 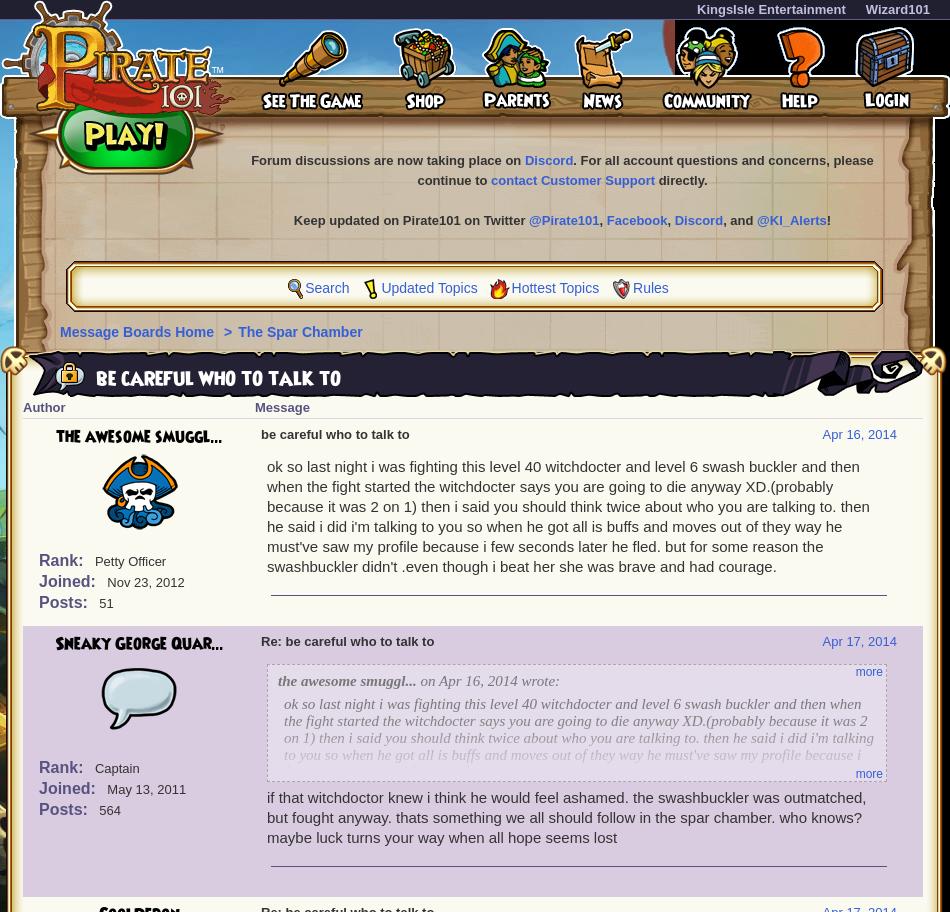 What do you see at coordinates (896, 9) in the screenshot?
I see `'Wizard101'` at bounding box center [896, 9].